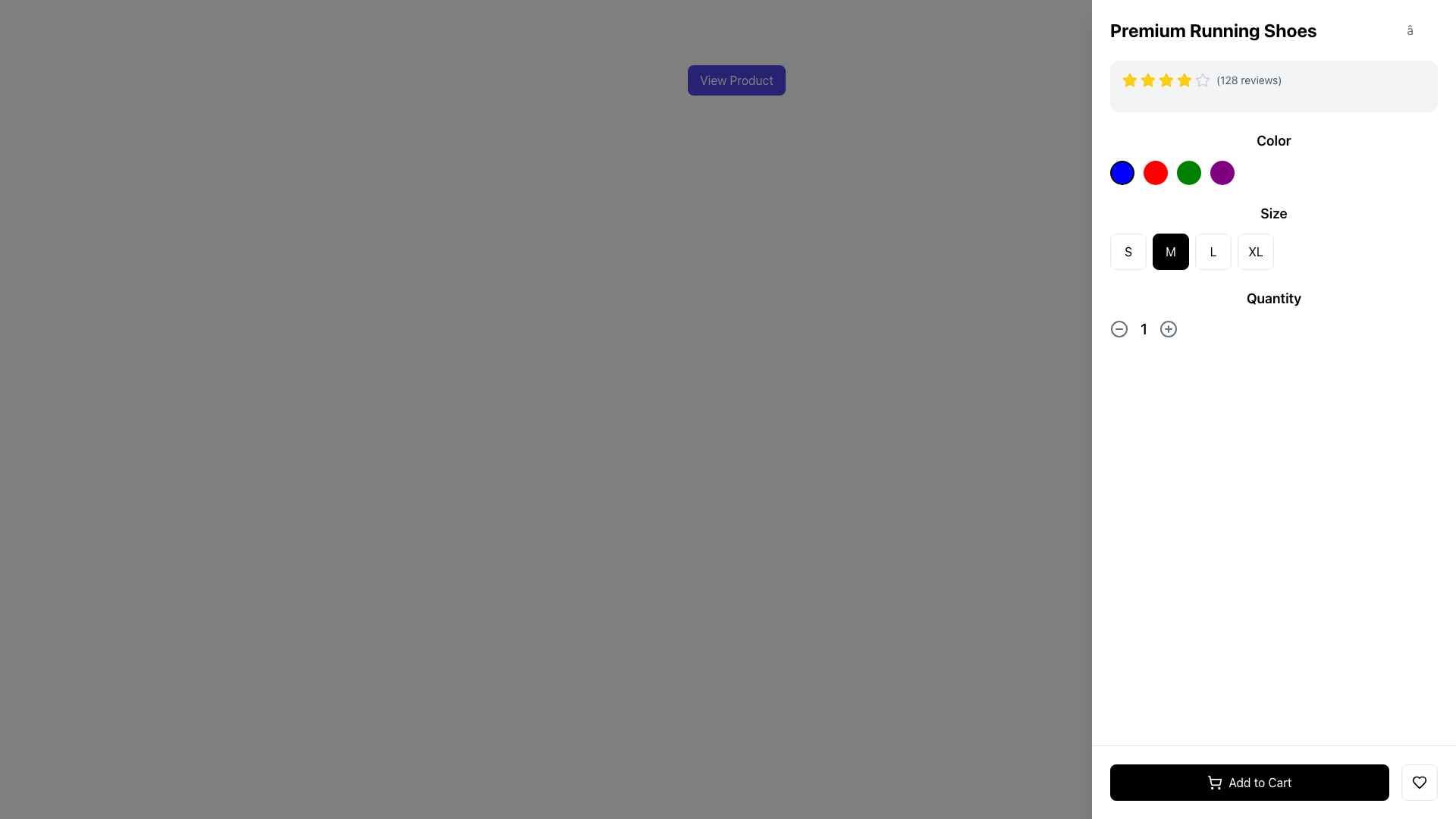  What do you see at coordinates (1154, 171) in the screenshot?
I see `the bright red circular button` at bounding box center [1154, 171].